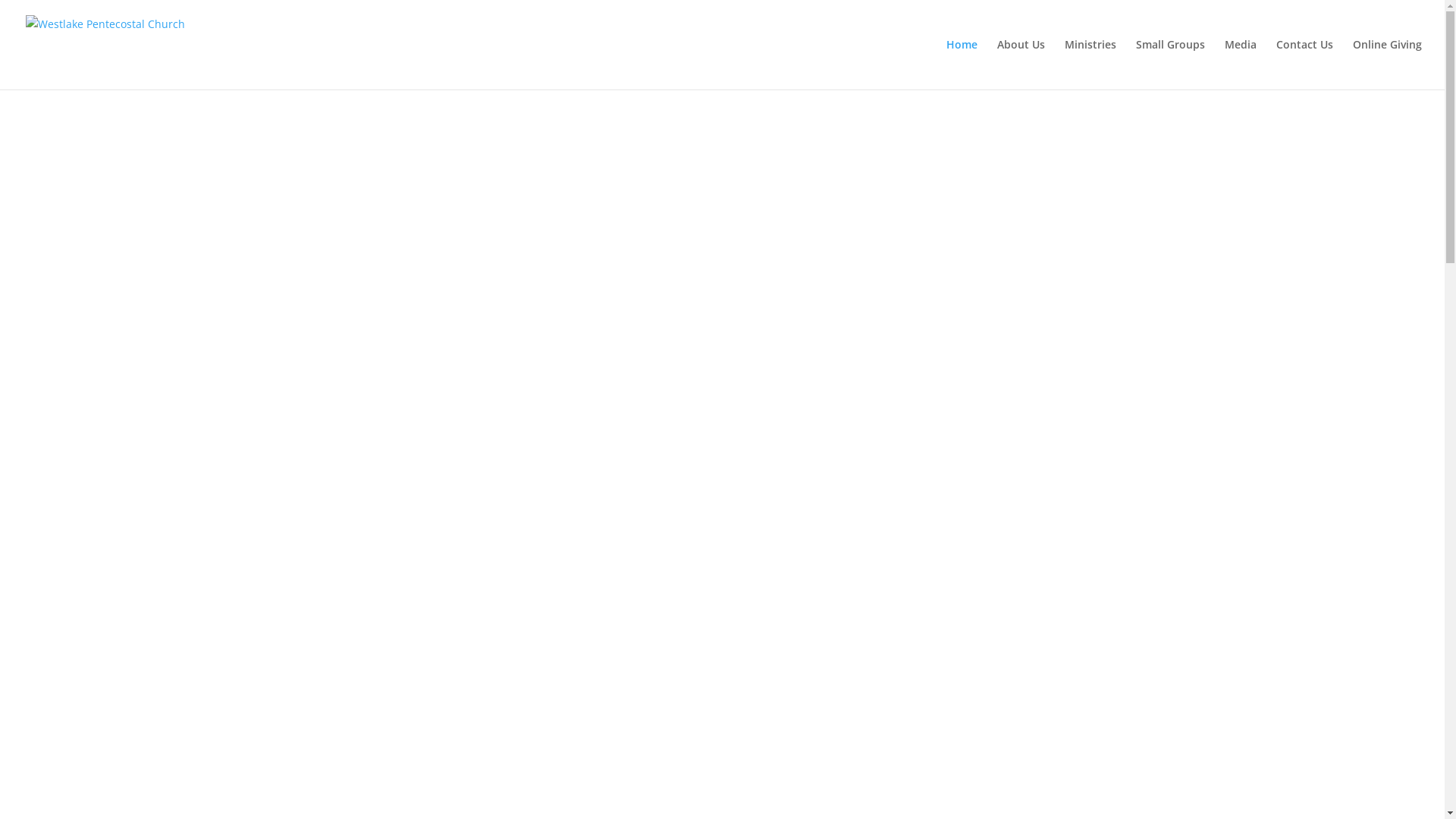 Image resolution: width=1456 pixels, height=819 pixels. I want to click on 'Small Groups', so click(1169, 63).